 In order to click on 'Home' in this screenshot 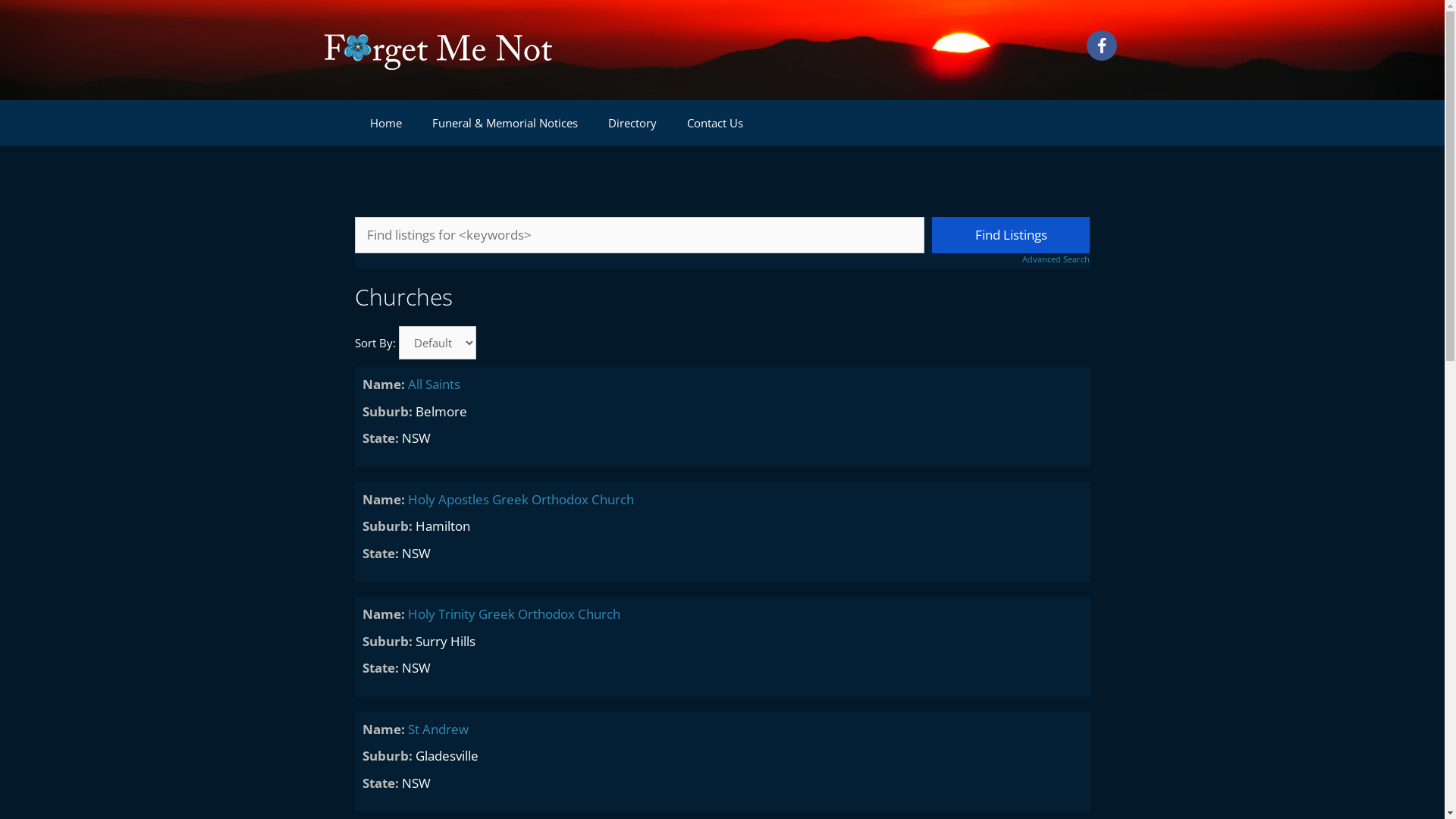, I will do `click(385, 122)`.